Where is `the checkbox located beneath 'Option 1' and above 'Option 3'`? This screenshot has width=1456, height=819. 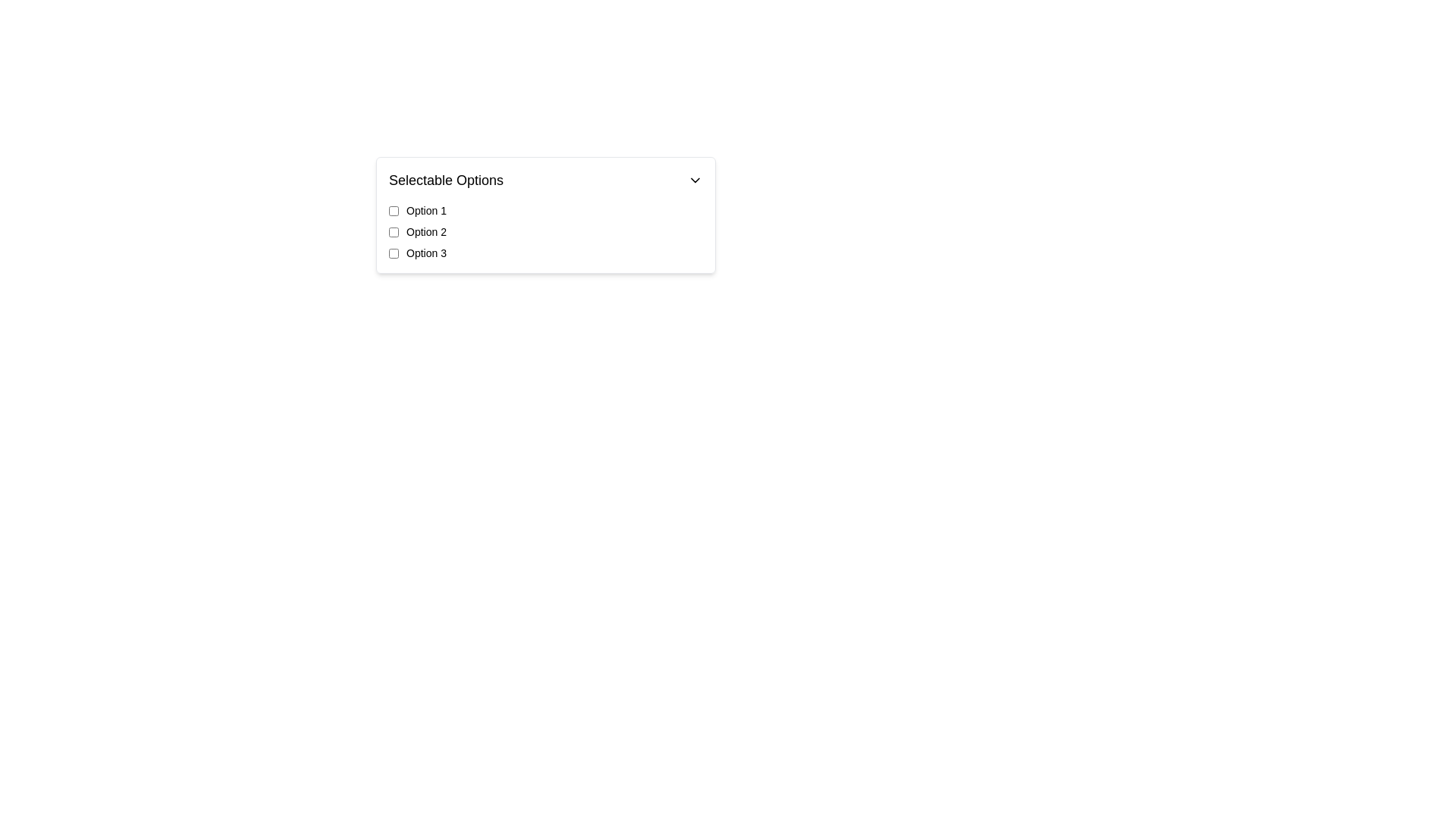
the checkbox located beneath 'Option 1' and above 'Option 3' is located at coordinates (546, 231).